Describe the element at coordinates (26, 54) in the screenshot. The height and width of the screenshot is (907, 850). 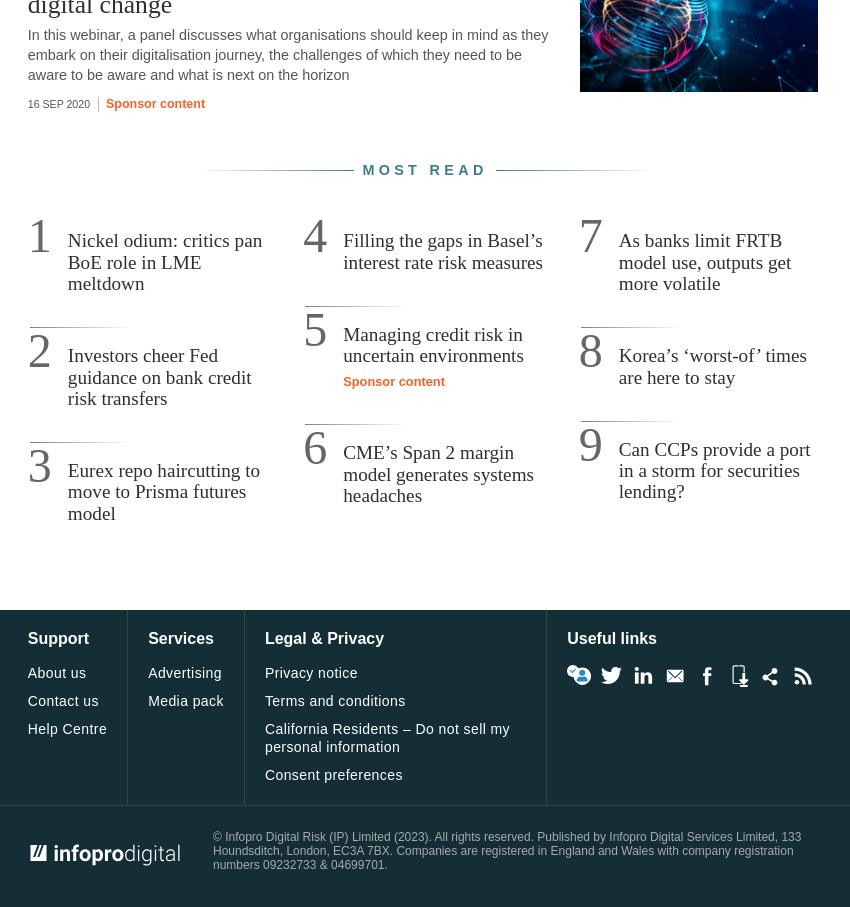
I see `'In this webinar, a panel discusses what organisations should keep in mind as they embark on their digitalisation journey, the challenges of which they need to be aware to be aware and what is next on the horizon'` at that location.